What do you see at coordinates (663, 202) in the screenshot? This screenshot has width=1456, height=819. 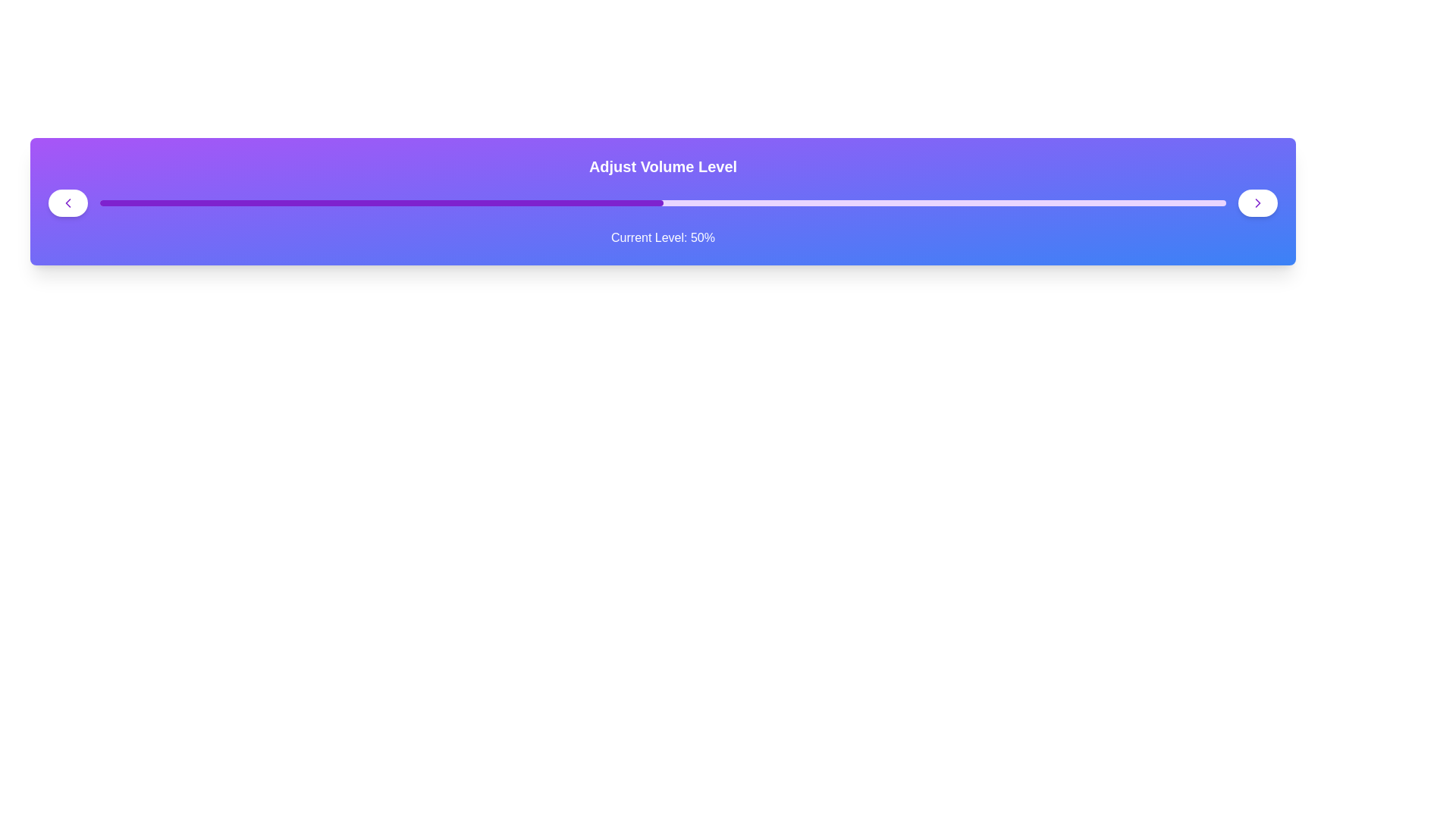 I see `the Progress indicator or volume level bar, which is a horizontally elongated bar with rounded ends and a light purple background, representing 50% completion` at bounding box center [663, 202].